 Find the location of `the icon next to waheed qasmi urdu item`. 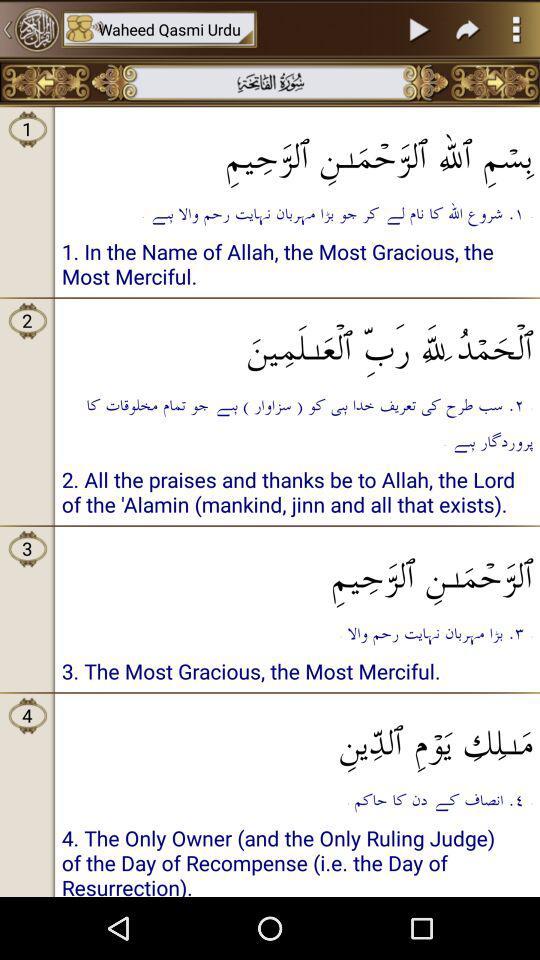

the icon next to waheed qasmi urdu item is located at coordinates (29, 28).